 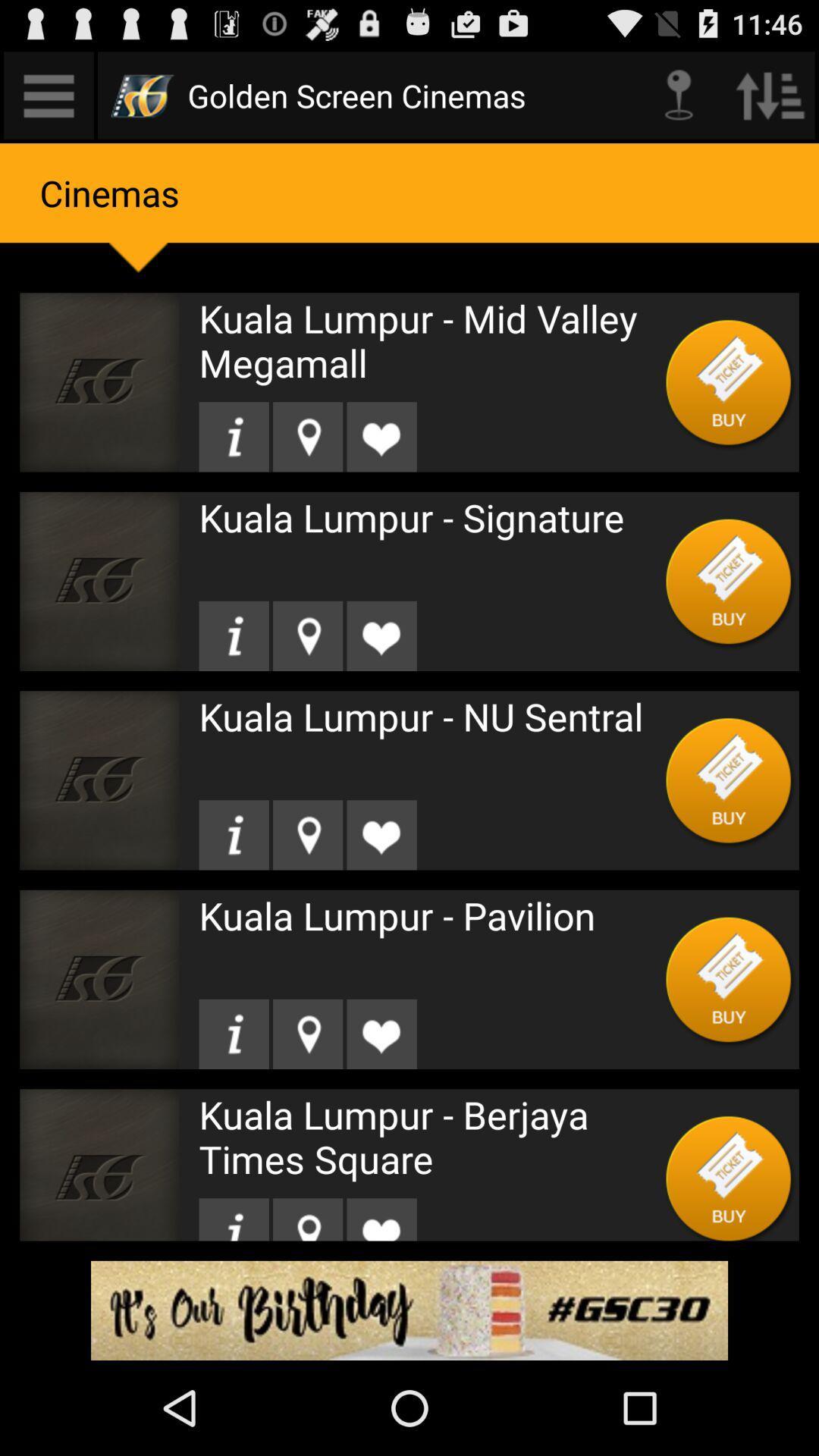 I want to click on buy ticket, so click(x=728, y=580).